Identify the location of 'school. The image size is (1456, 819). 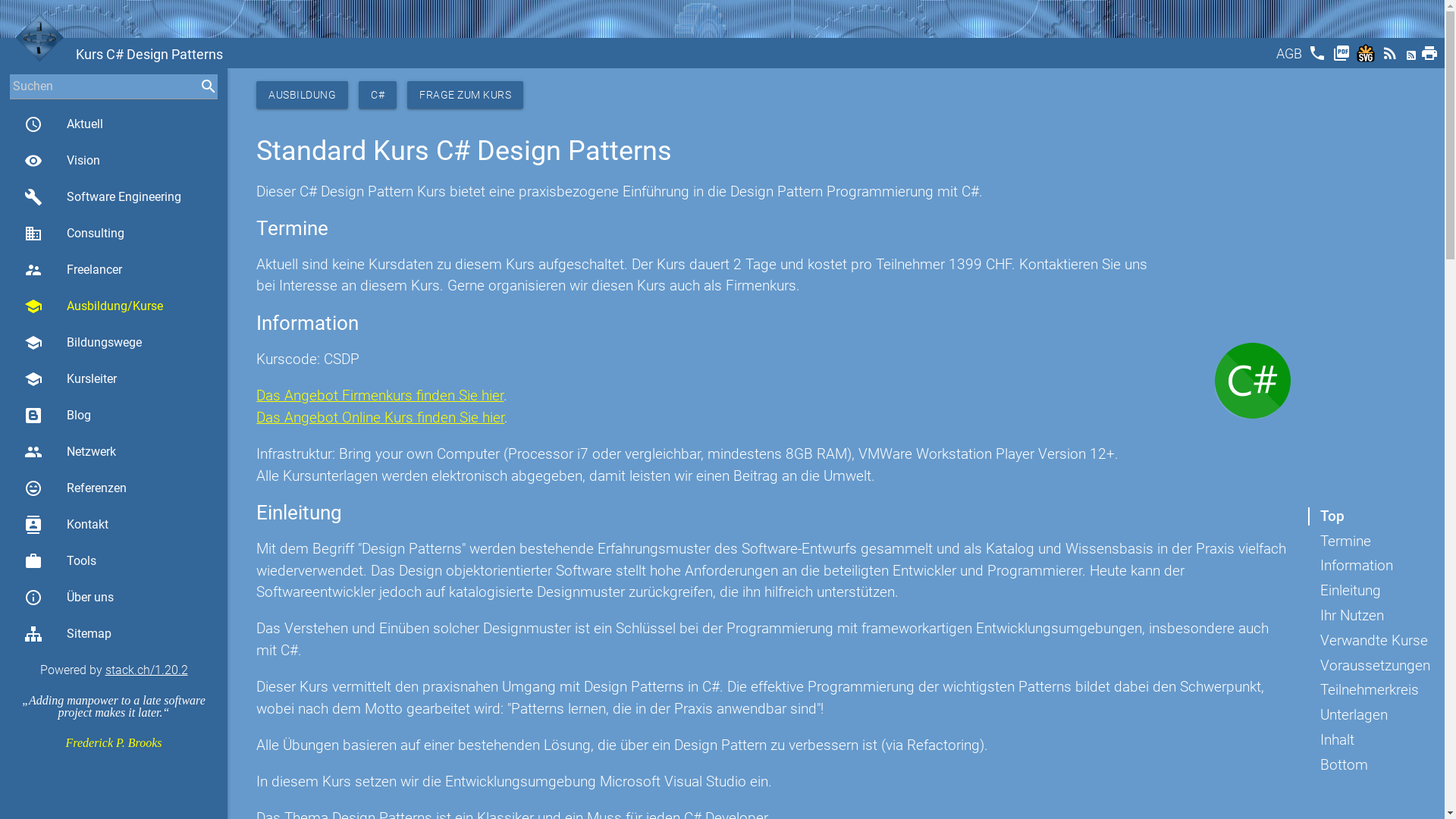
(0, 378).